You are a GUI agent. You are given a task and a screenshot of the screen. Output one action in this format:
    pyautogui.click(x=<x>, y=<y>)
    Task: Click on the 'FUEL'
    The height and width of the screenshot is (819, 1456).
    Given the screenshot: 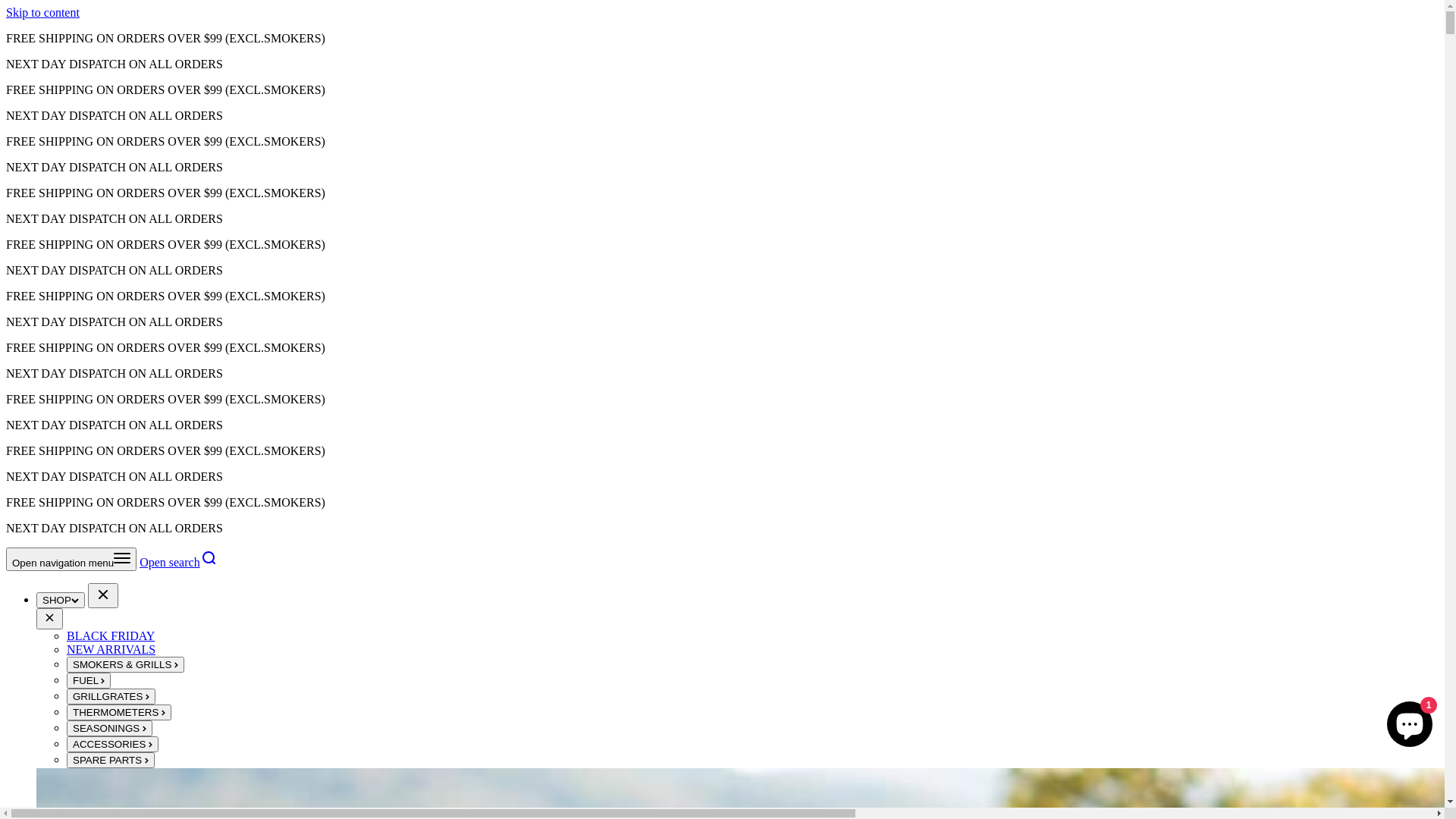 What is the action you would take?
    pyautogui.click(x=87, y=679)
    